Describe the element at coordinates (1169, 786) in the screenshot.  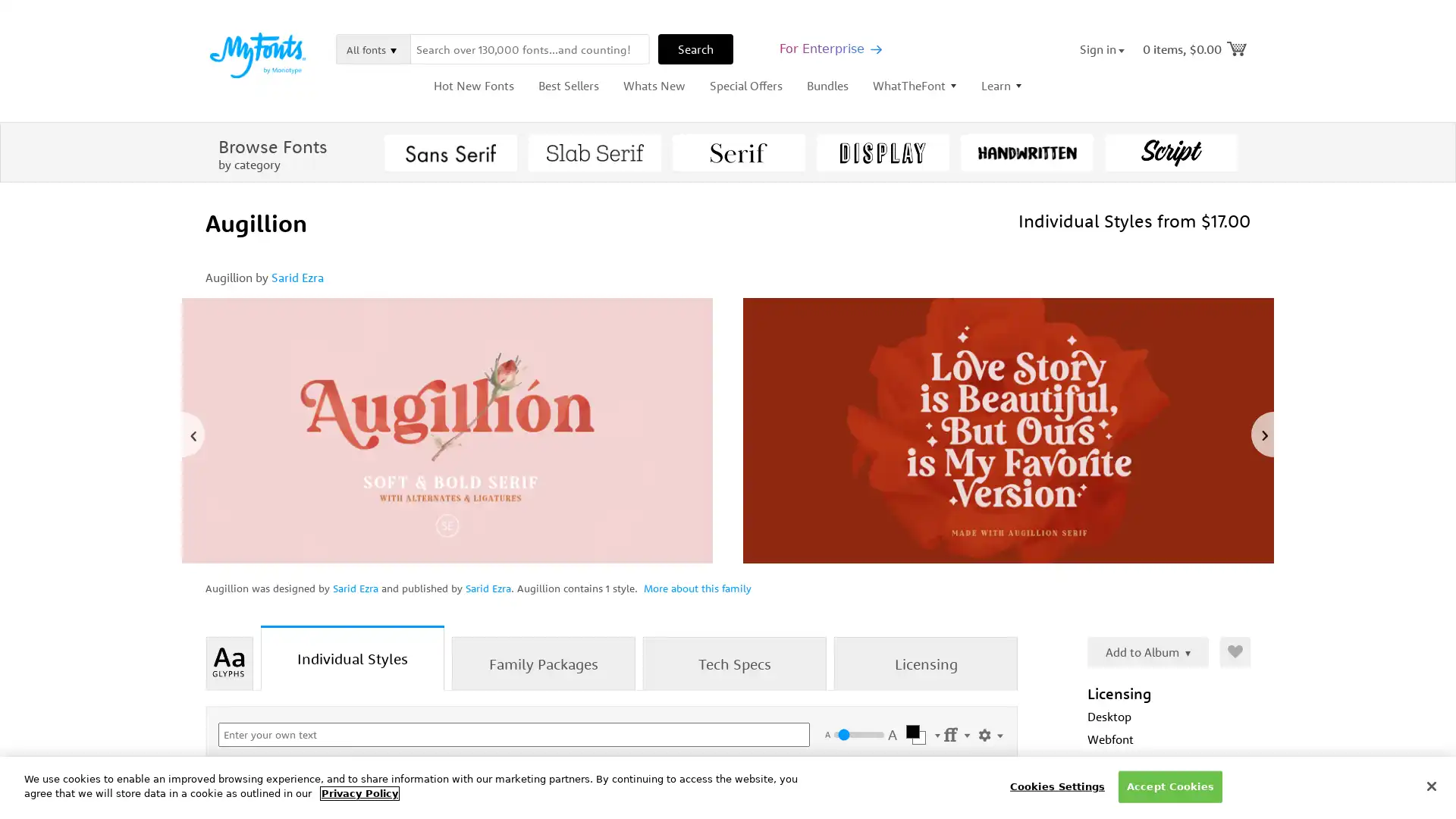
I see `Accept Cookies` at that location.